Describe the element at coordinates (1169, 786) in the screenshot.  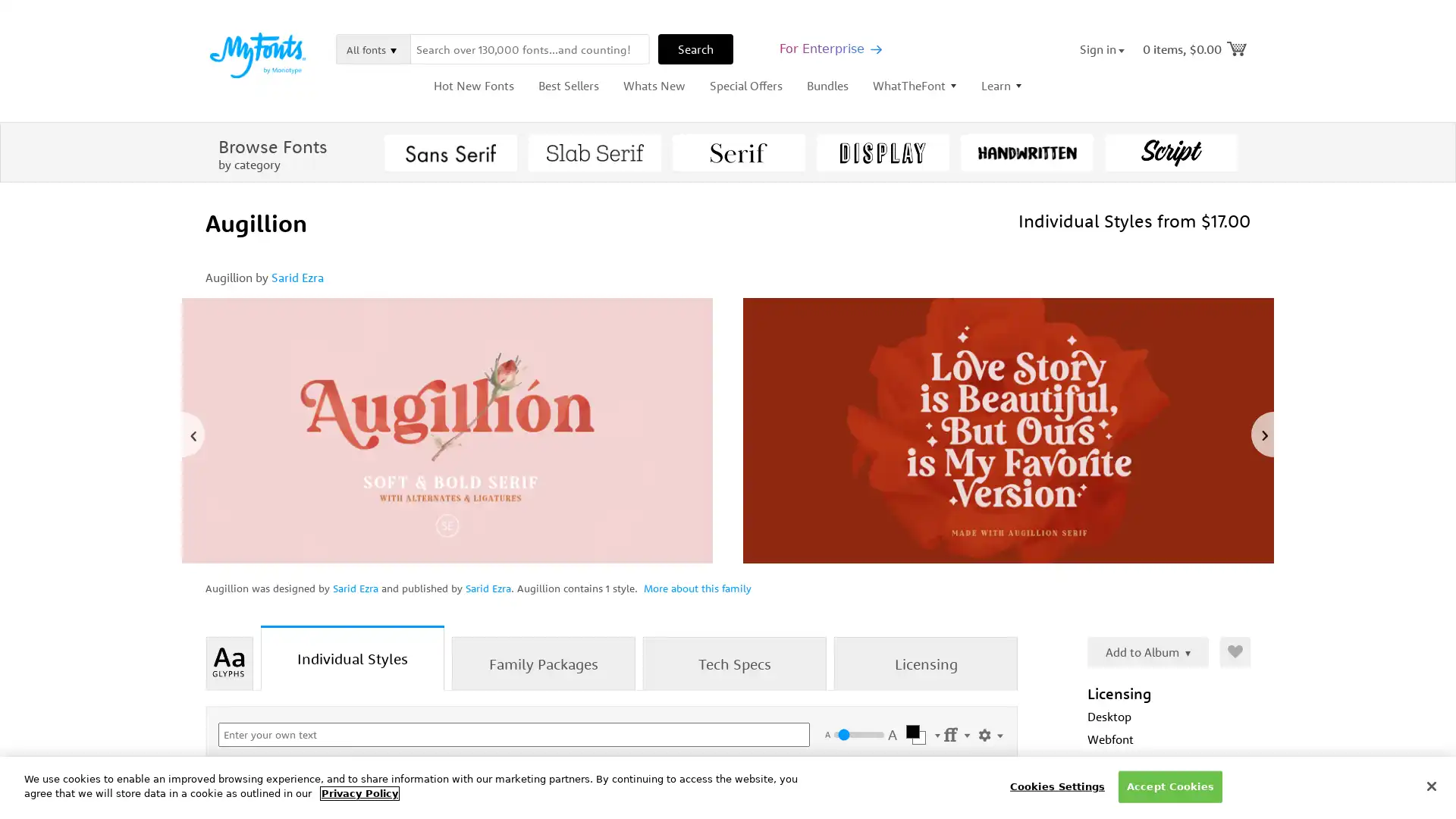
I see `Accept Cookies` at that location.